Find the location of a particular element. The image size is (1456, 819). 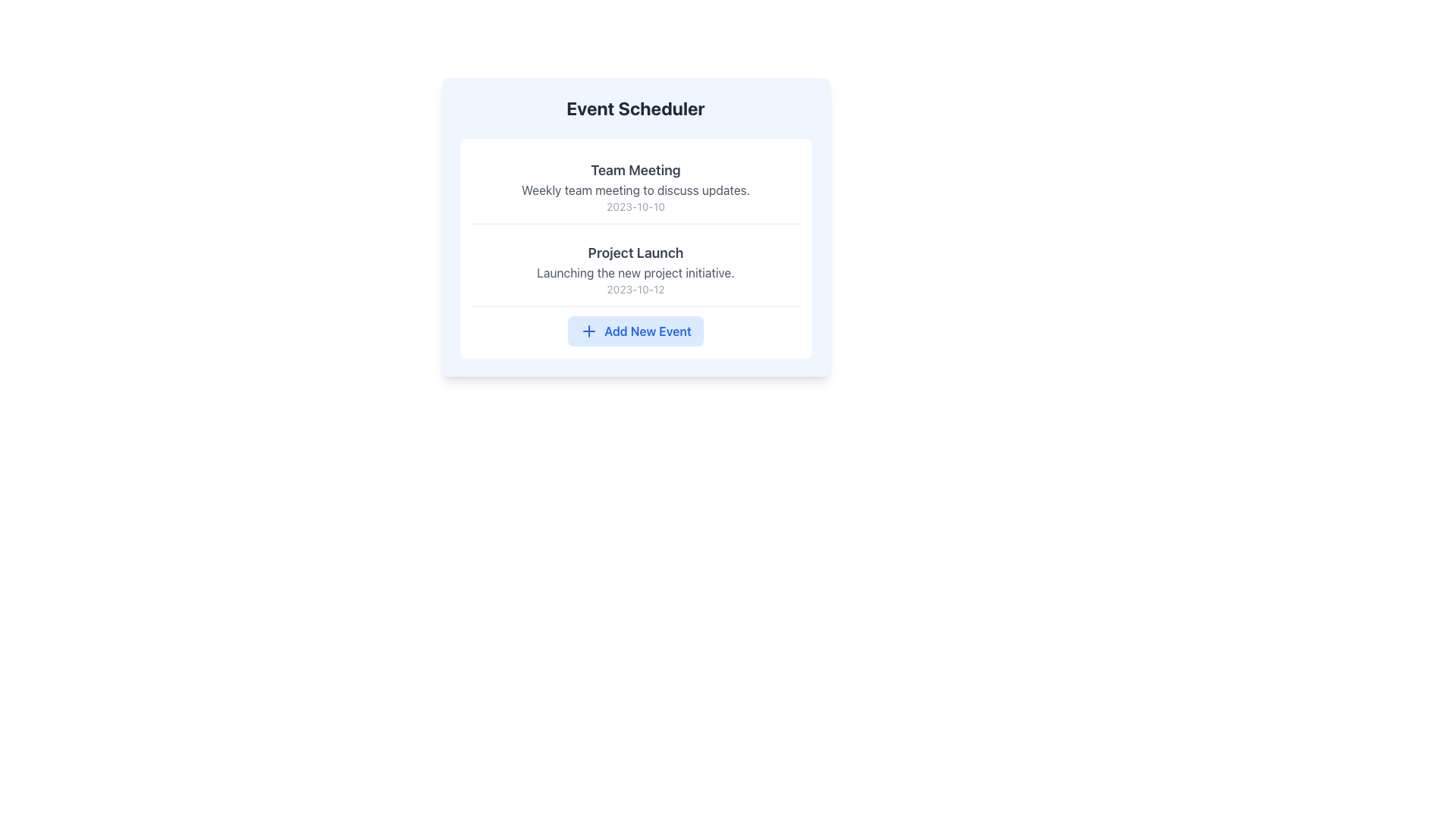

the 'Add New Event' button with a light blue background and a blue plus icon is located at coordinates (635, 330).